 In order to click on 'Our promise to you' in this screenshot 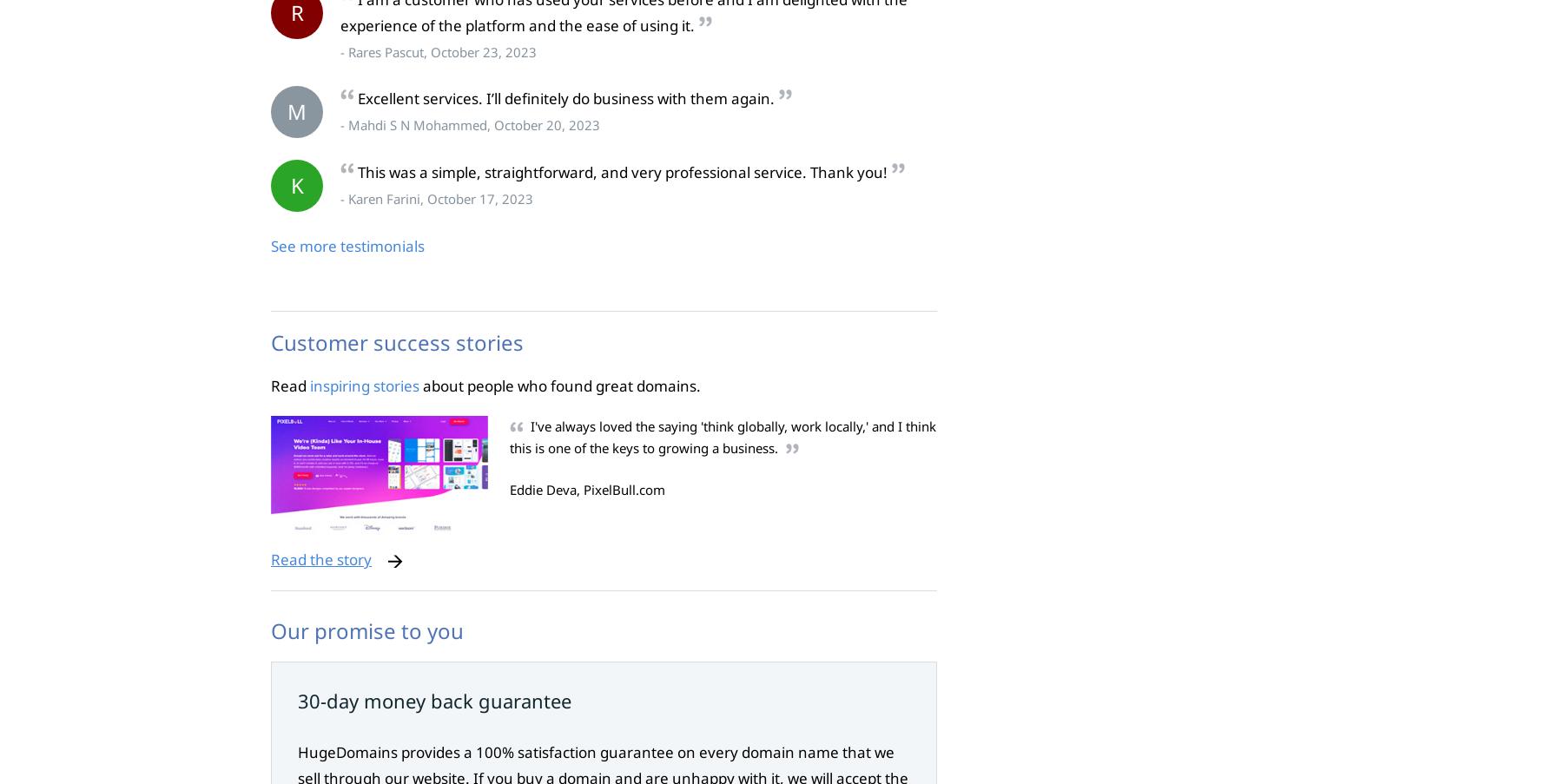, I will do `click(366, 630)`.